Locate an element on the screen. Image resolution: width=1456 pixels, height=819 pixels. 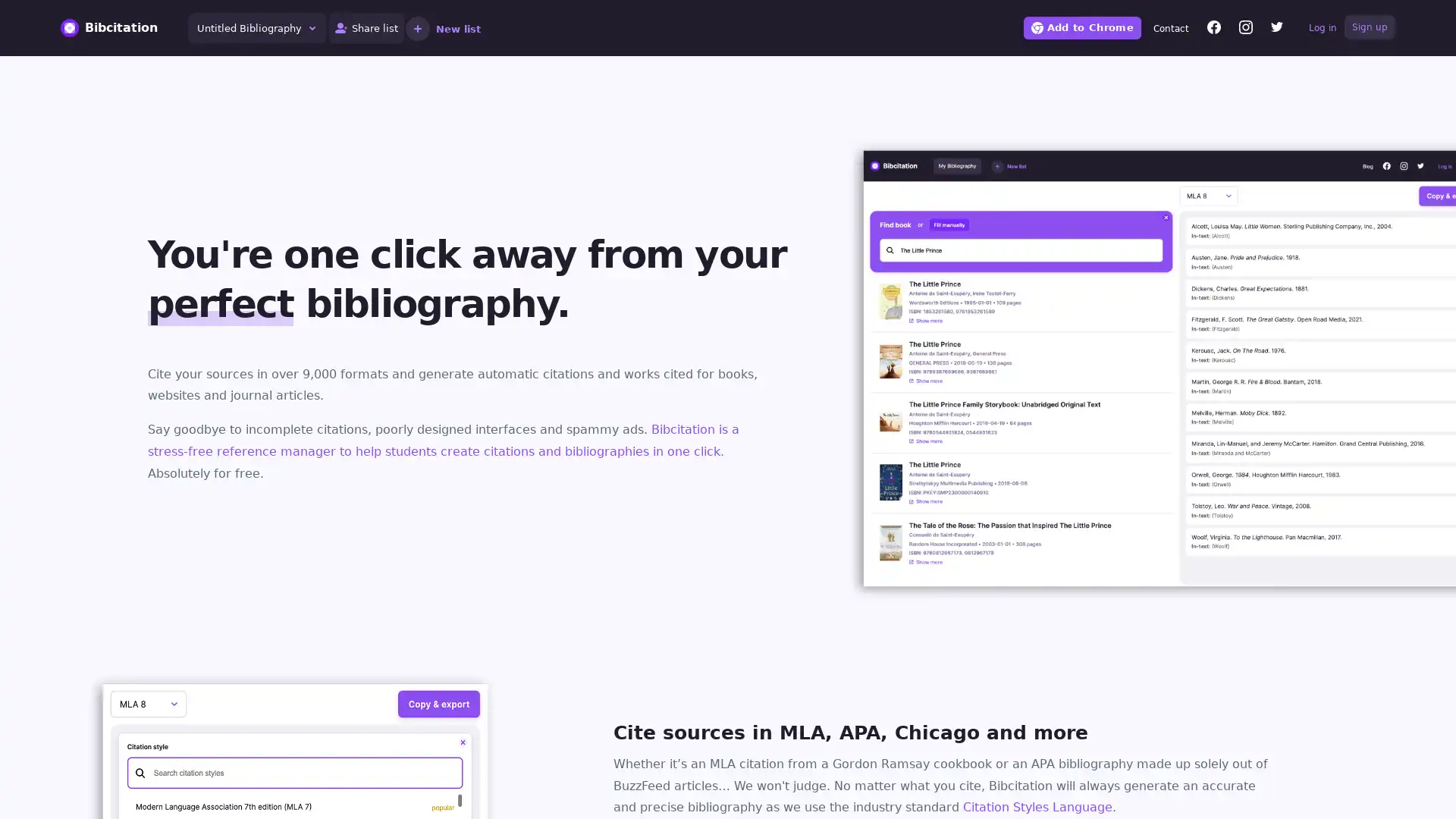
Visit our Twitter is located at coordinates (1276, 29).